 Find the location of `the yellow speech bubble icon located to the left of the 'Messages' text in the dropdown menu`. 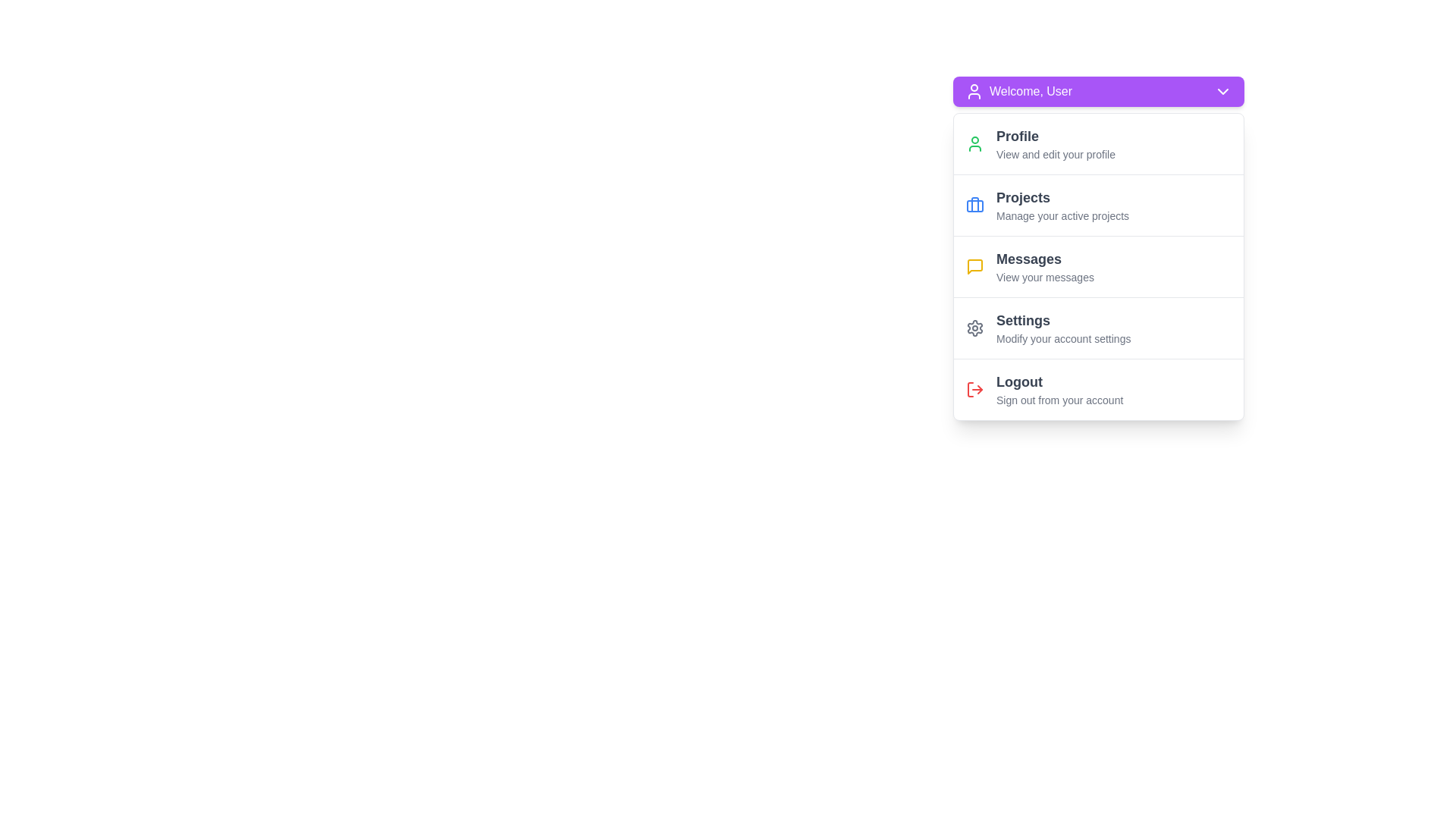

the yellow speech bubble icon located to the left of the 'Messages' text in the dropdown menu is located at coordinates (975, 265).